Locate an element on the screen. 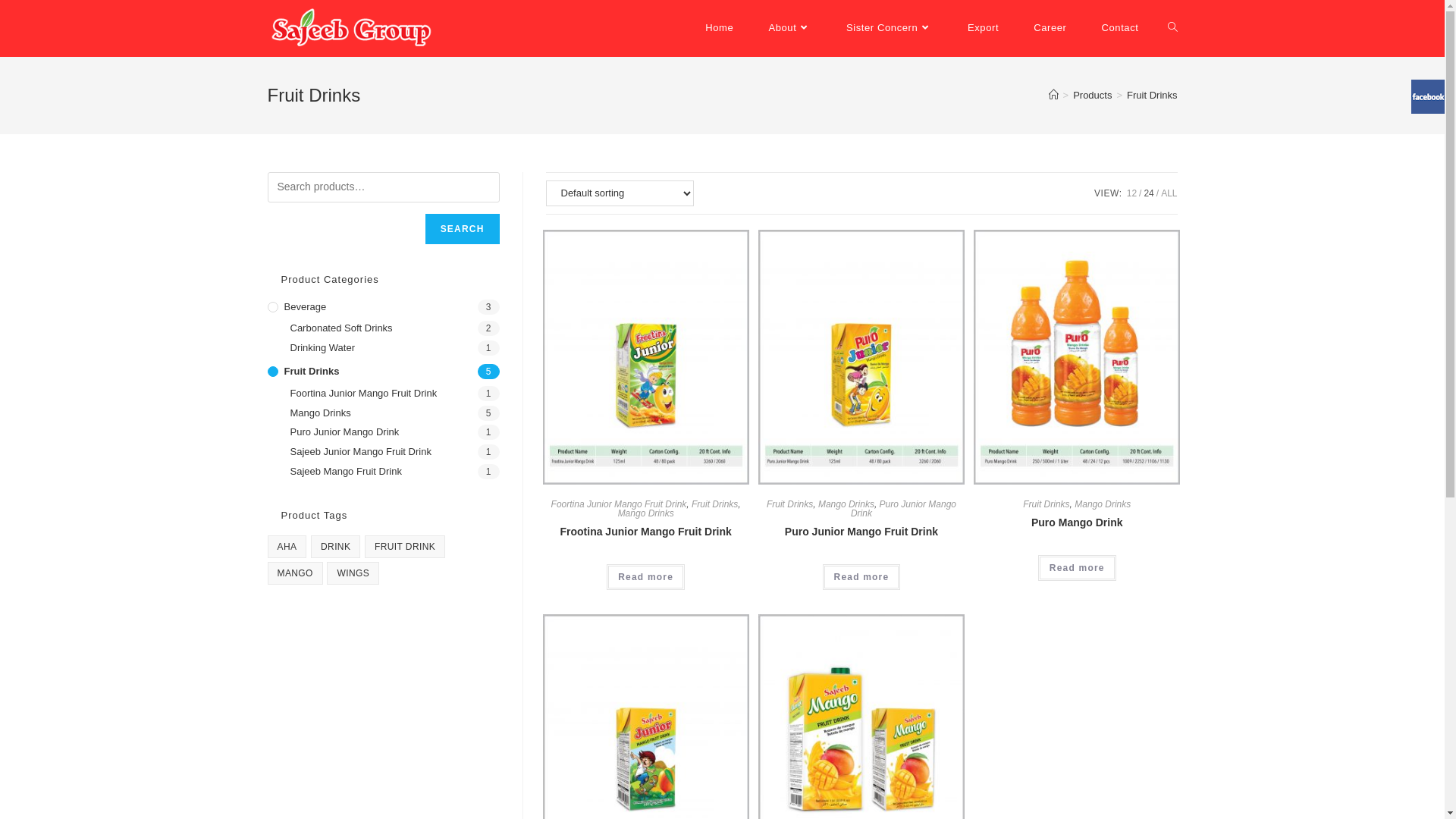 The image size is (1456, 819). 'Export' is located at coordinates (983, 28).